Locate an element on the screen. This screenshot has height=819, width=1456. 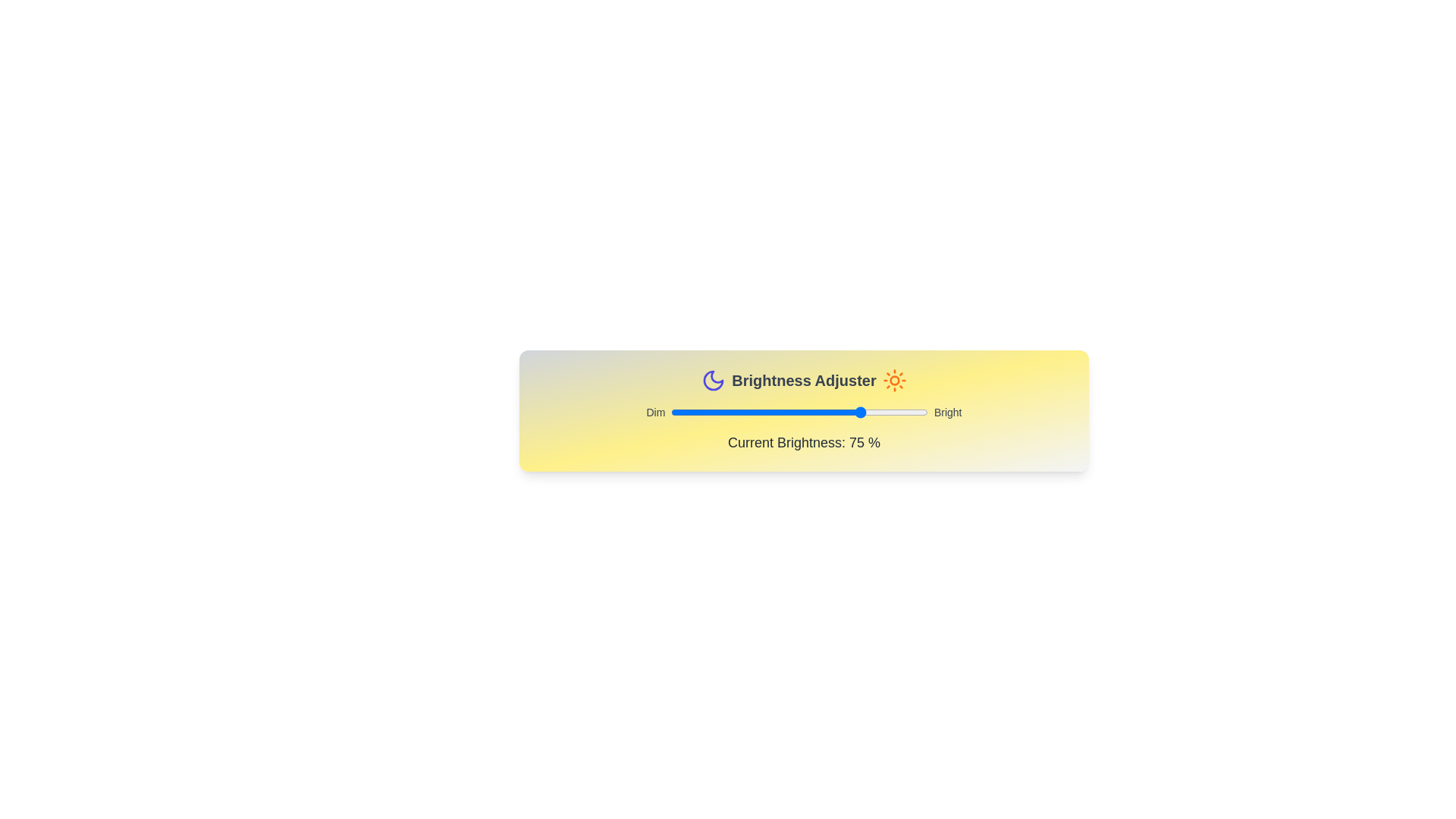
the brightness slider to 87% is located at coordinates (894, 412).